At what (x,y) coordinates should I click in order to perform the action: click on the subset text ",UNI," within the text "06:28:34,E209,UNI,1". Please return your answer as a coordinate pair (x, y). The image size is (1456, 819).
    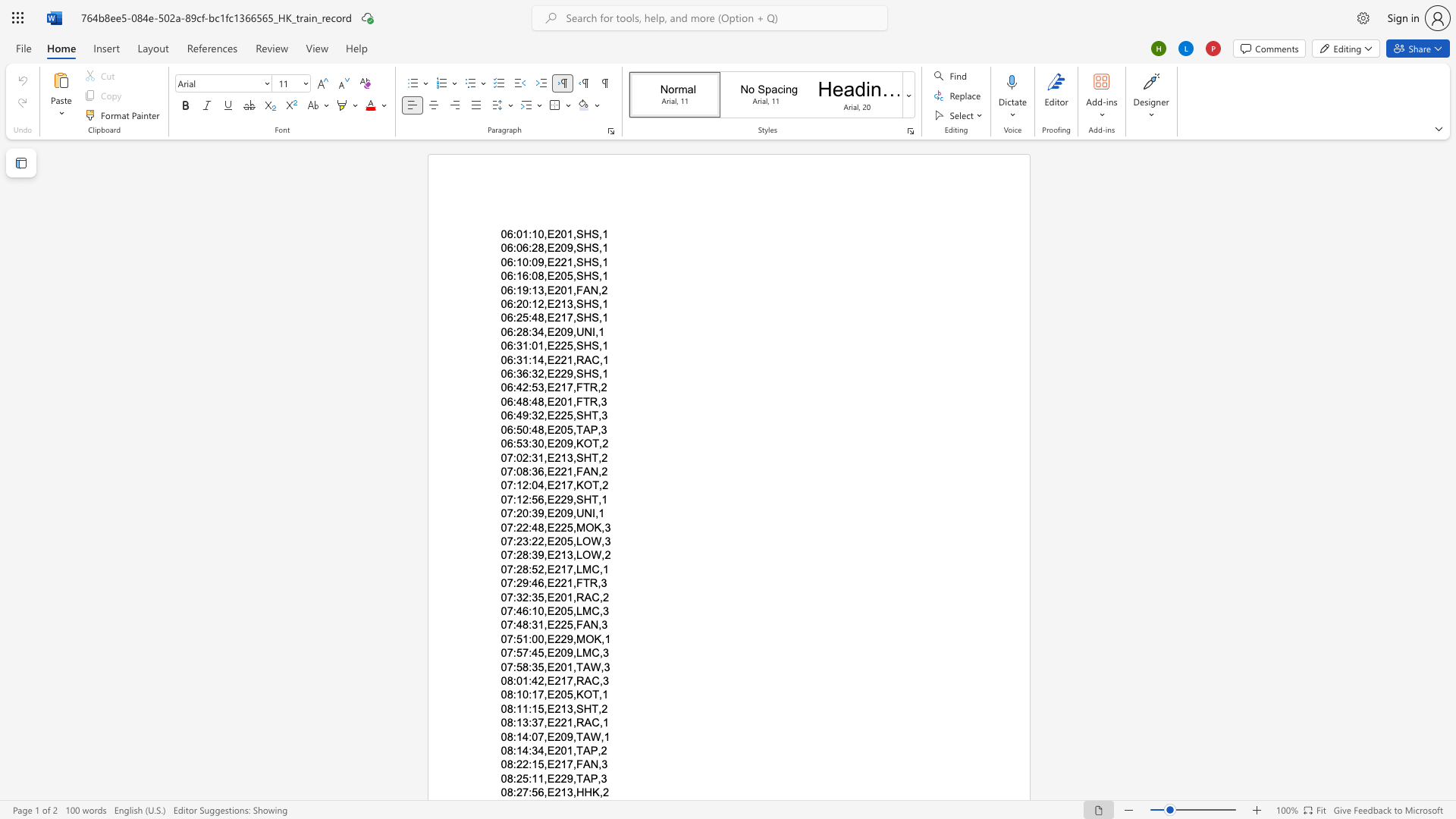
    Looking at the image, I should click on (572, 331).